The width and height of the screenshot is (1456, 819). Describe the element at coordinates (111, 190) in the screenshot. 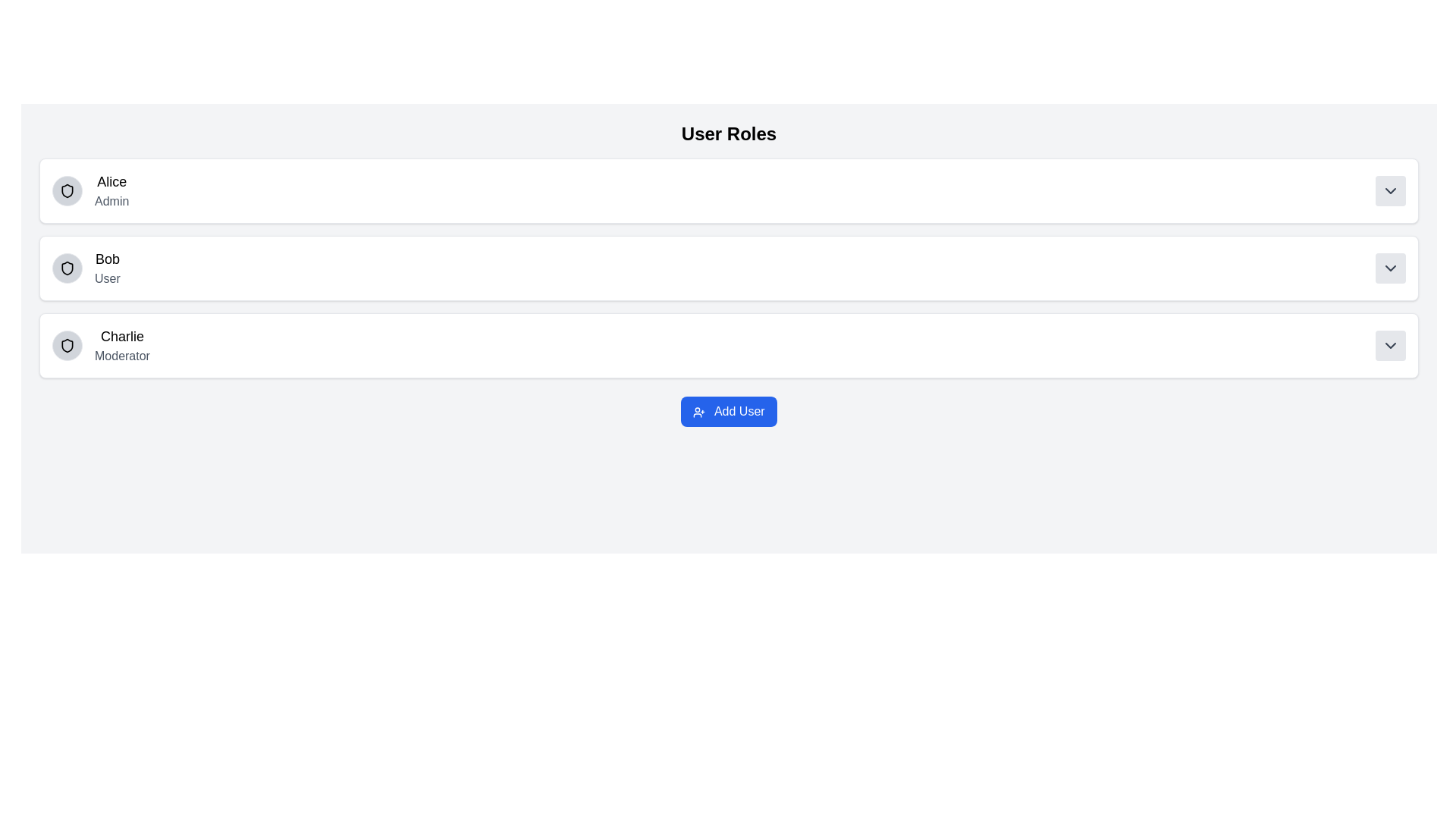

I see `static text label displaying 'Alice' and 'Admin', which is positioned in the topmost user entry row on the left side within the user roles list` at that location.